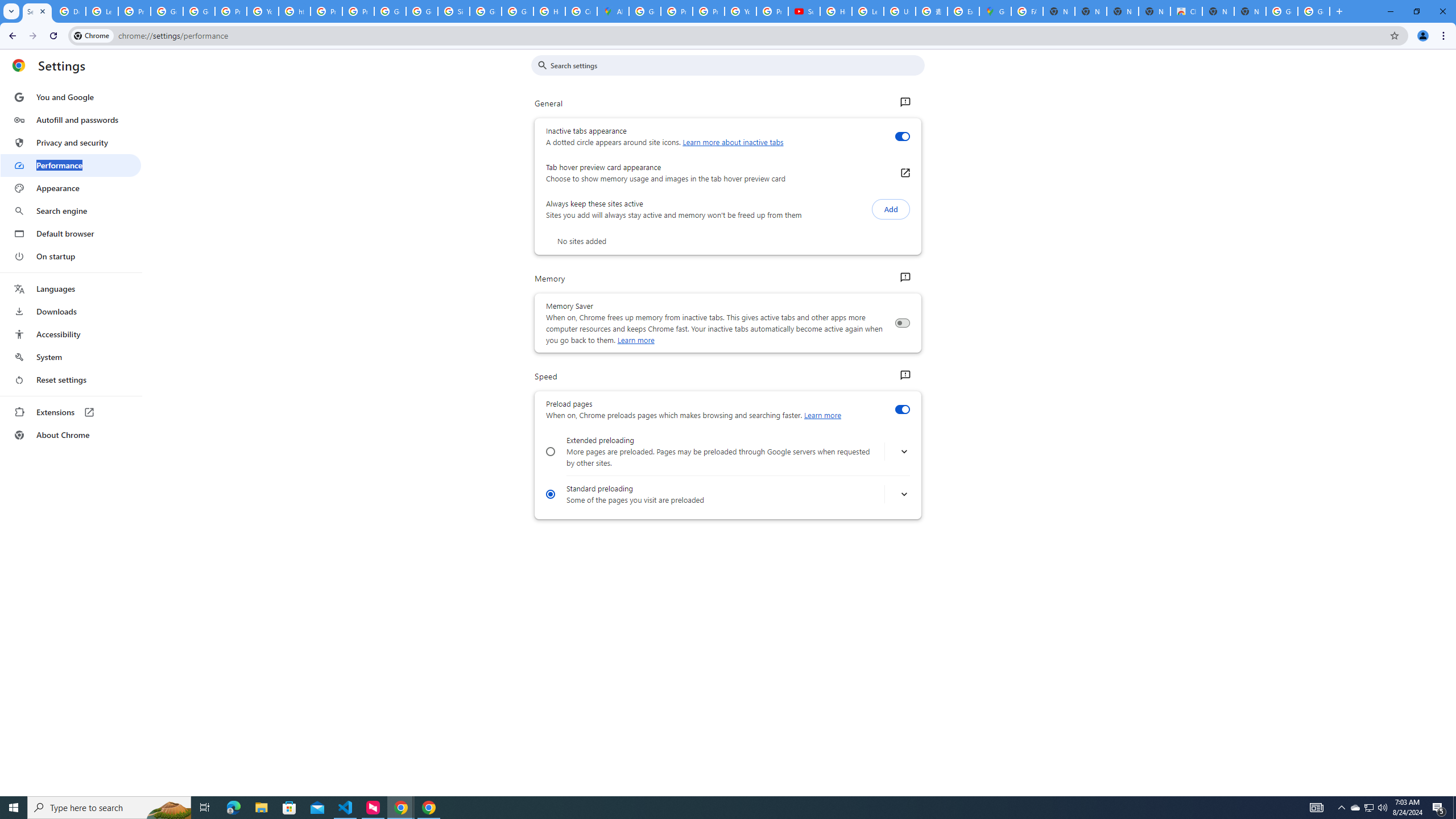 The width and height of the screenshot is (1456, 819). Describe the element at coordinates (735, 65) in the screenshot. I see `'Search settings'` at that location.